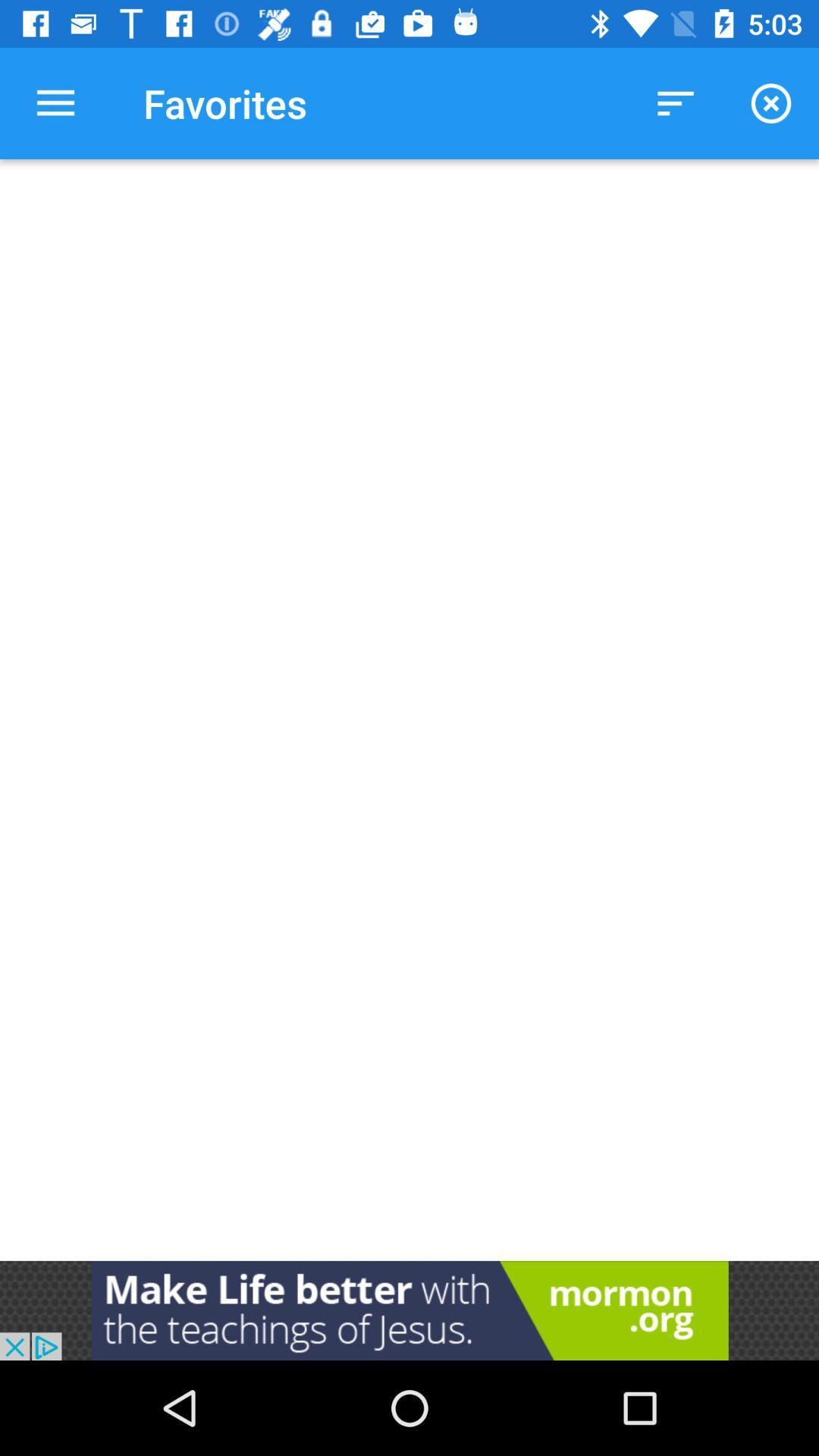 This screenshot has height=1456, width=819. Describe the element at coordinates (409, 1310) in the screenshot. I see `mormon.org advertisement` at that location.